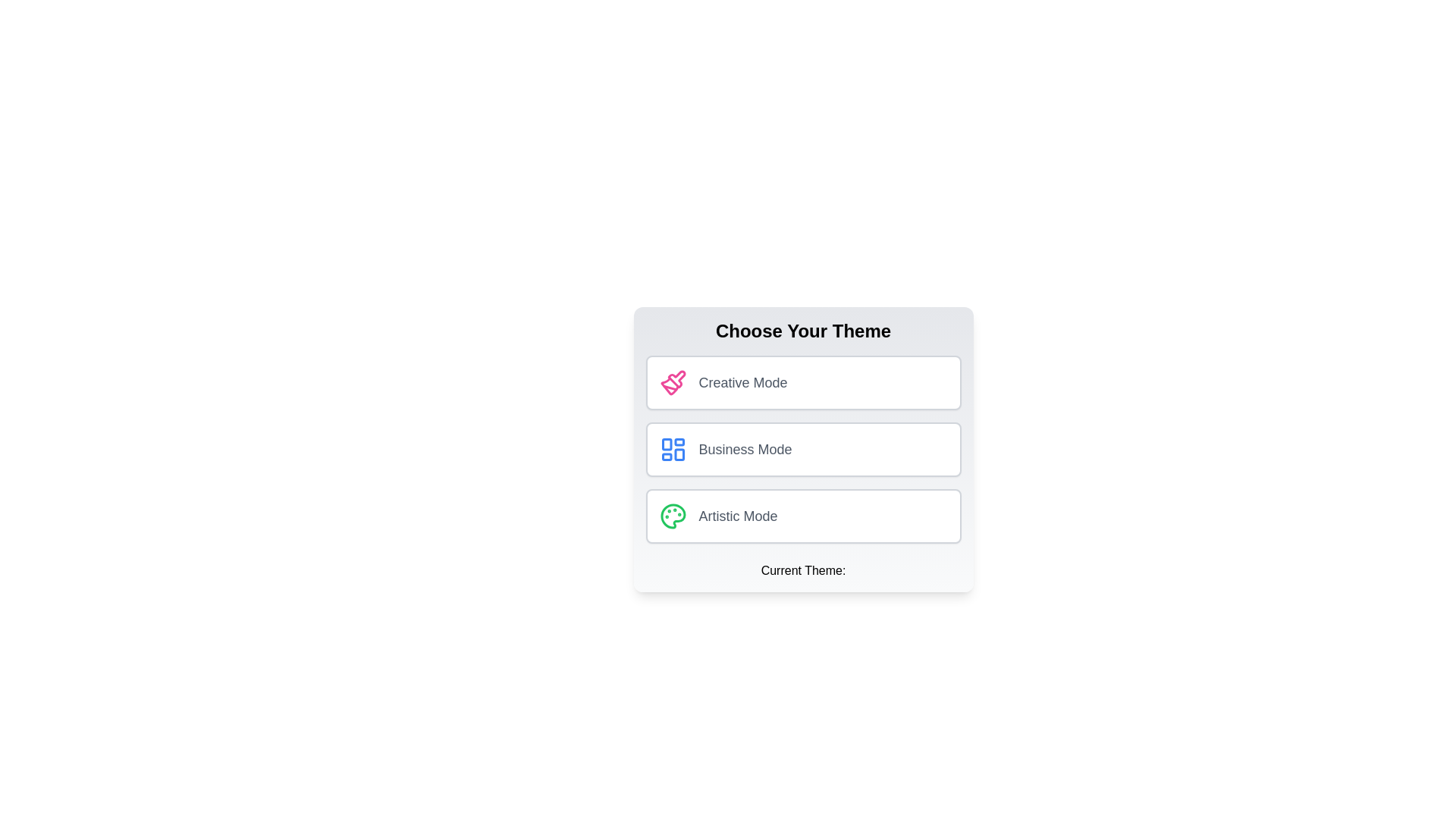  What do you see at coordinates (802, 516) in the screenshot?
I see `the button corresponding to the selected theme: Artistic Mode` at bounding box center [802, 516].